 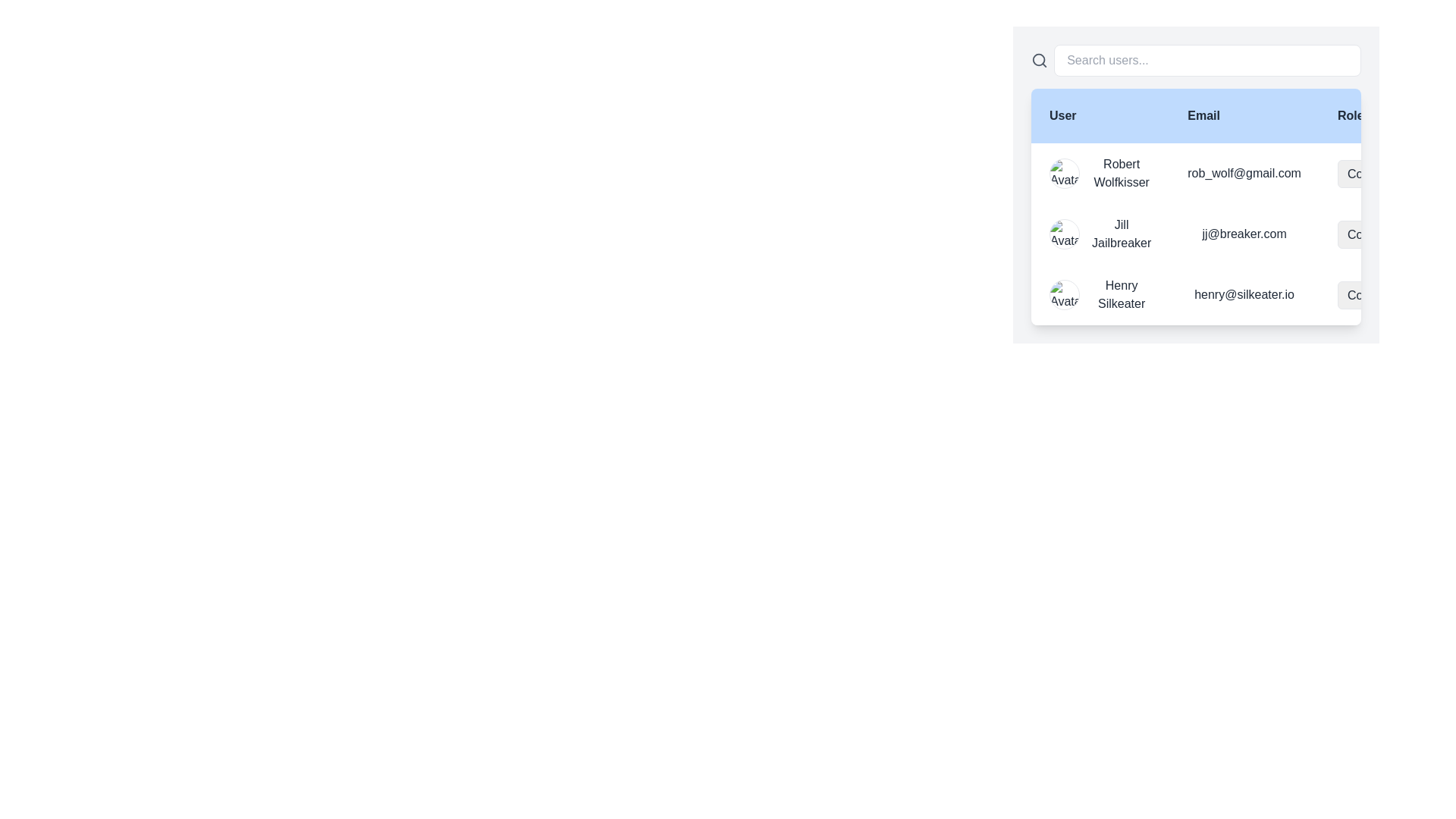 What do you see at coordinates (1385, 295) in the screenshot?
I see `the user role button located in the 'Role' column of the table` at bounding box center [1385, 295].